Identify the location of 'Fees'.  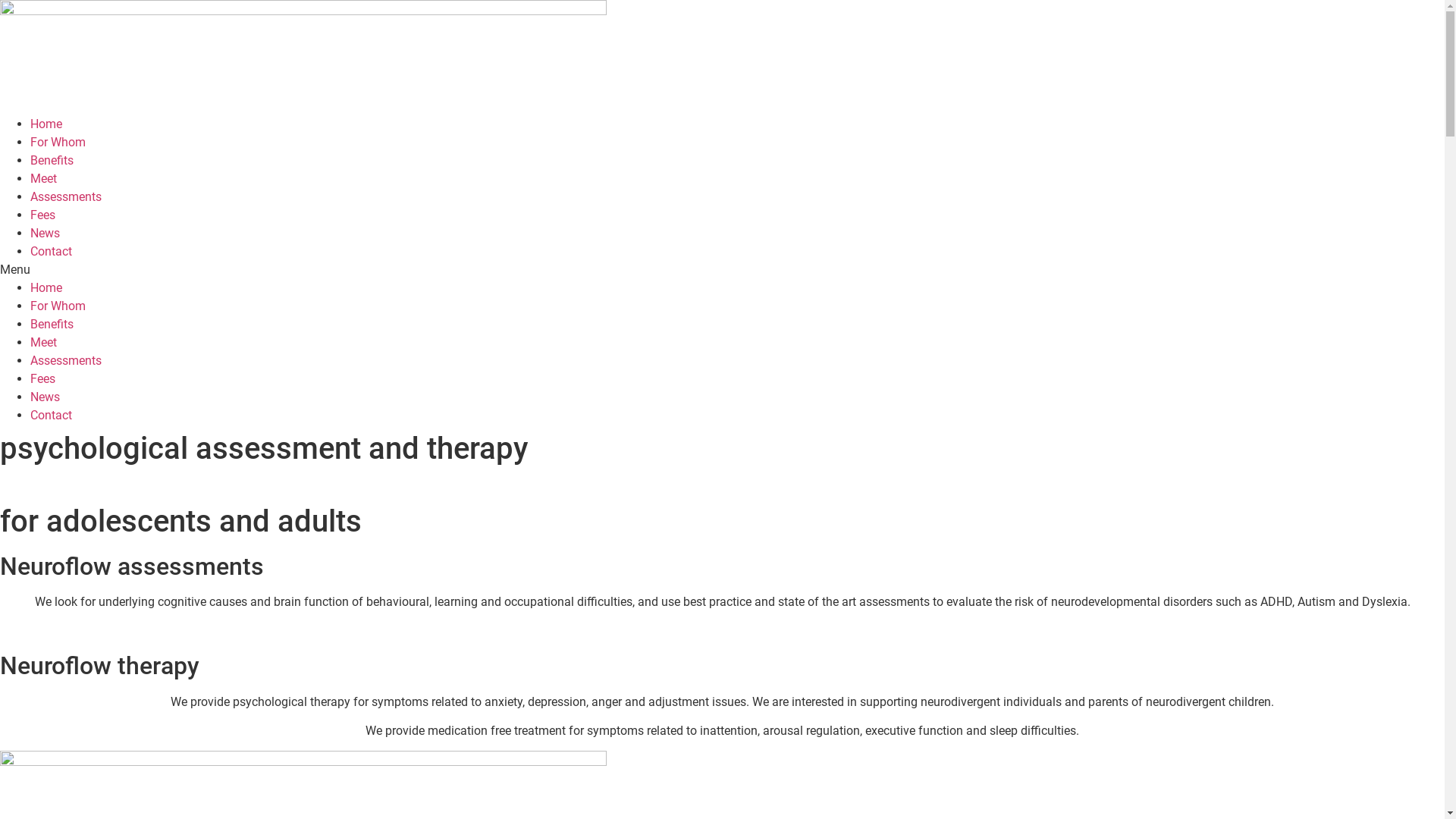
(42, 215).